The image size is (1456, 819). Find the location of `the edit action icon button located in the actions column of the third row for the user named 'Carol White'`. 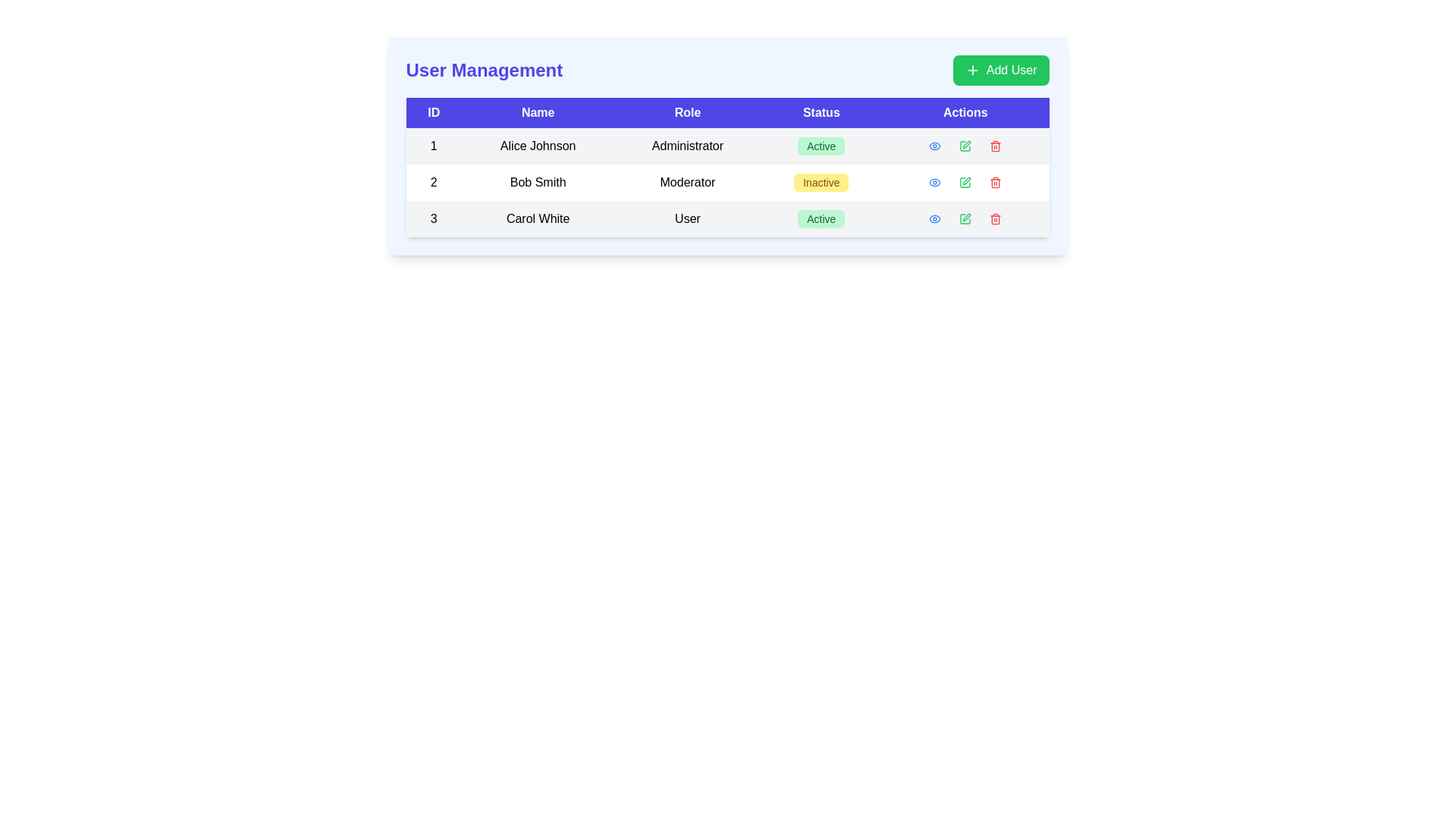

the edit action icon button located in the actions column of the third row for the user named 'Carol White' is located at coordinates (965, 219).